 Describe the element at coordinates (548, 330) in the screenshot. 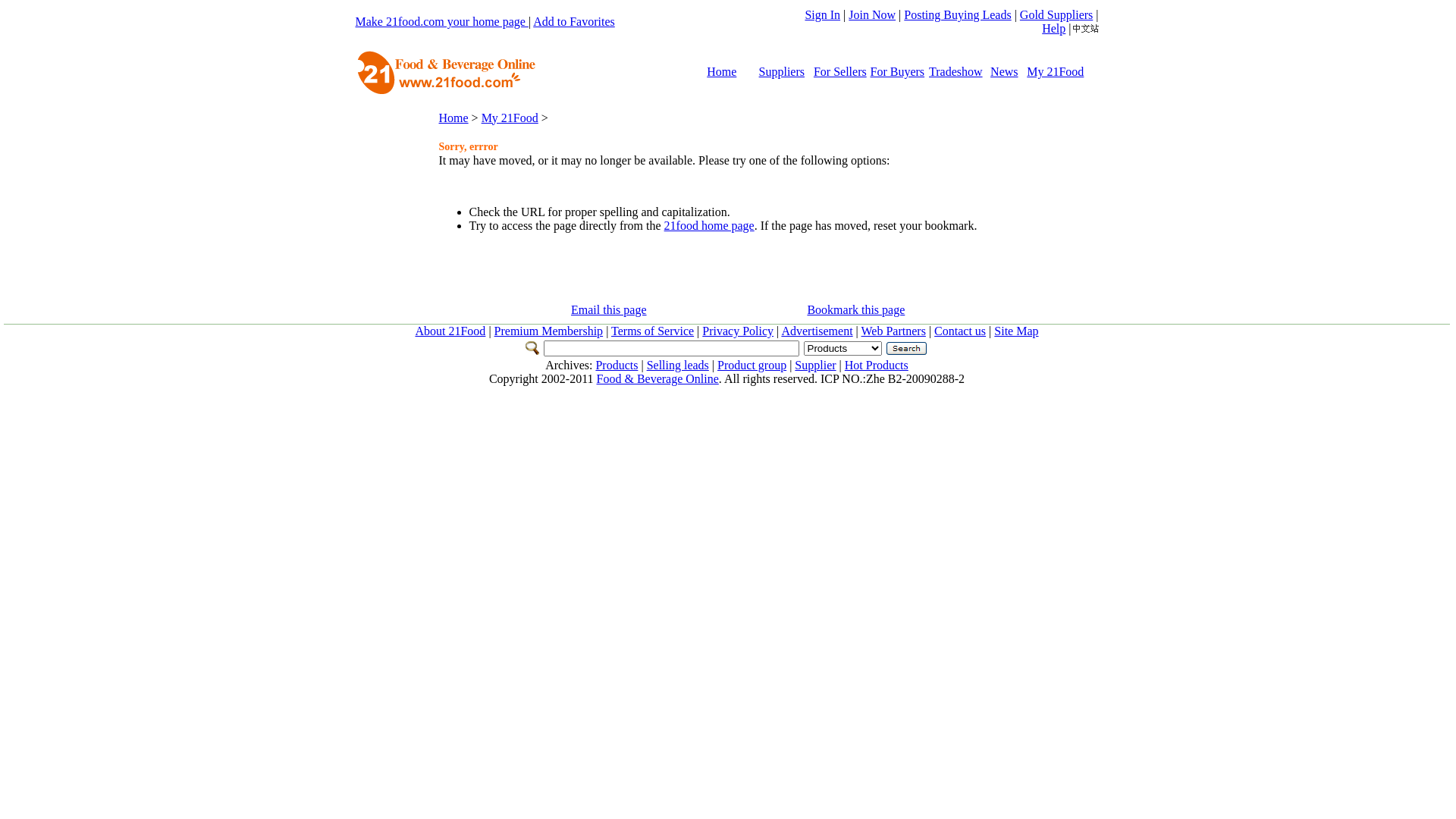

I see `'Premium Membership'` at that location.